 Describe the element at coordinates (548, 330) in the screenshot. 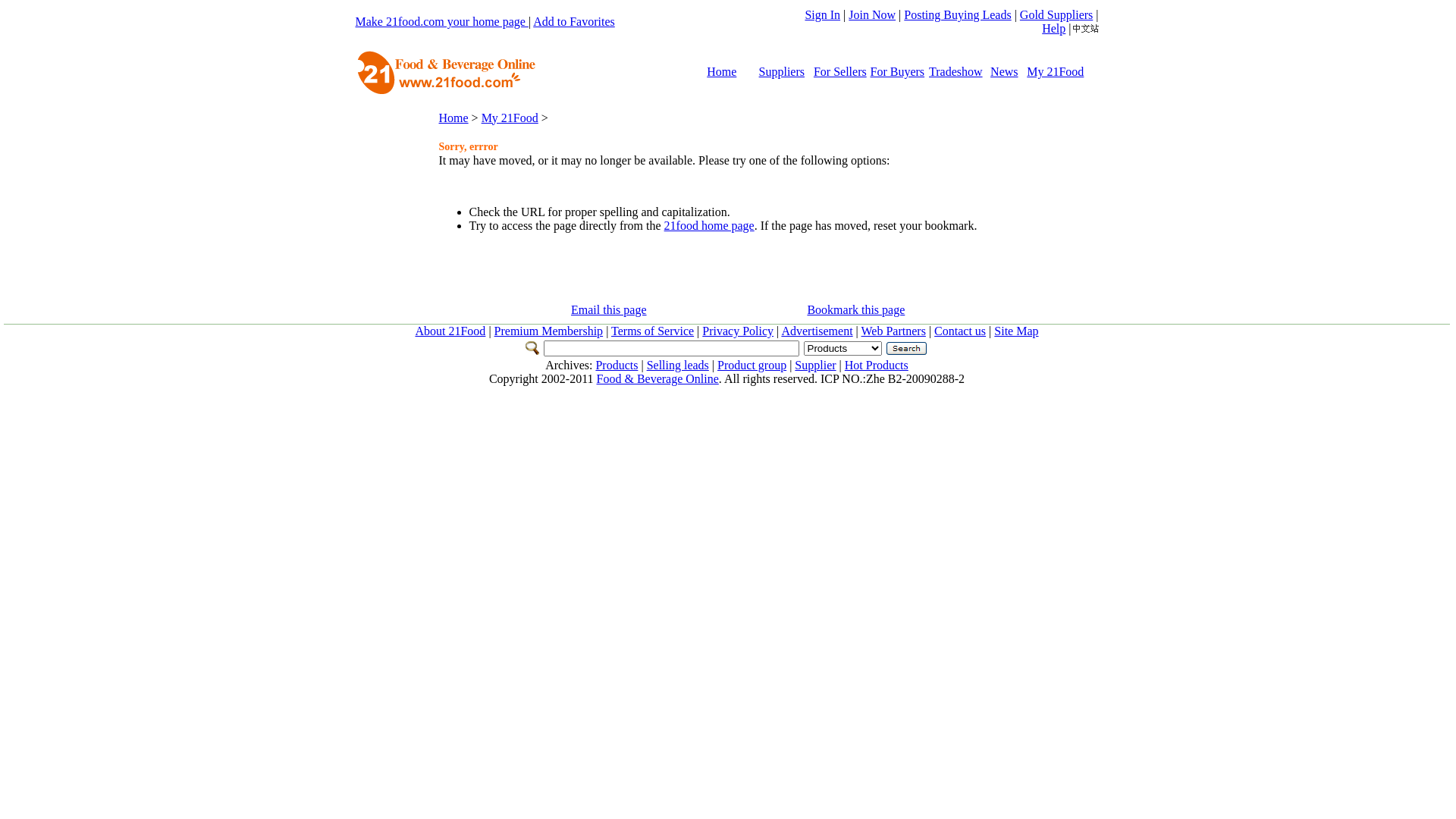

I see `'Premium Membership'` at that location.